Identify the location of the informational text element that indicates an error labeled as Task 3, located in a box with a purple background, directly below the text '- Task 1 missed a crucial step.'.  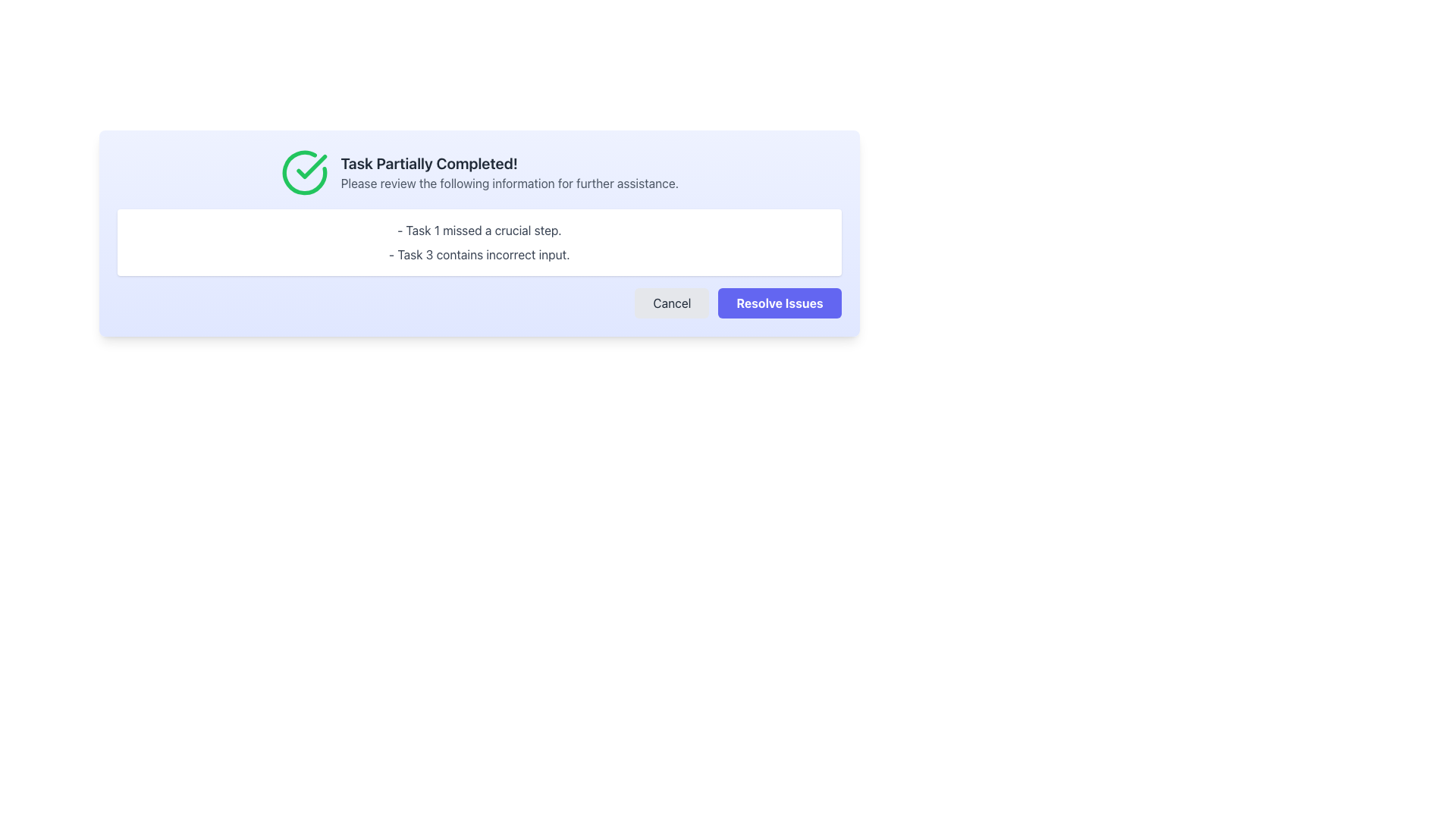
(479, 253).